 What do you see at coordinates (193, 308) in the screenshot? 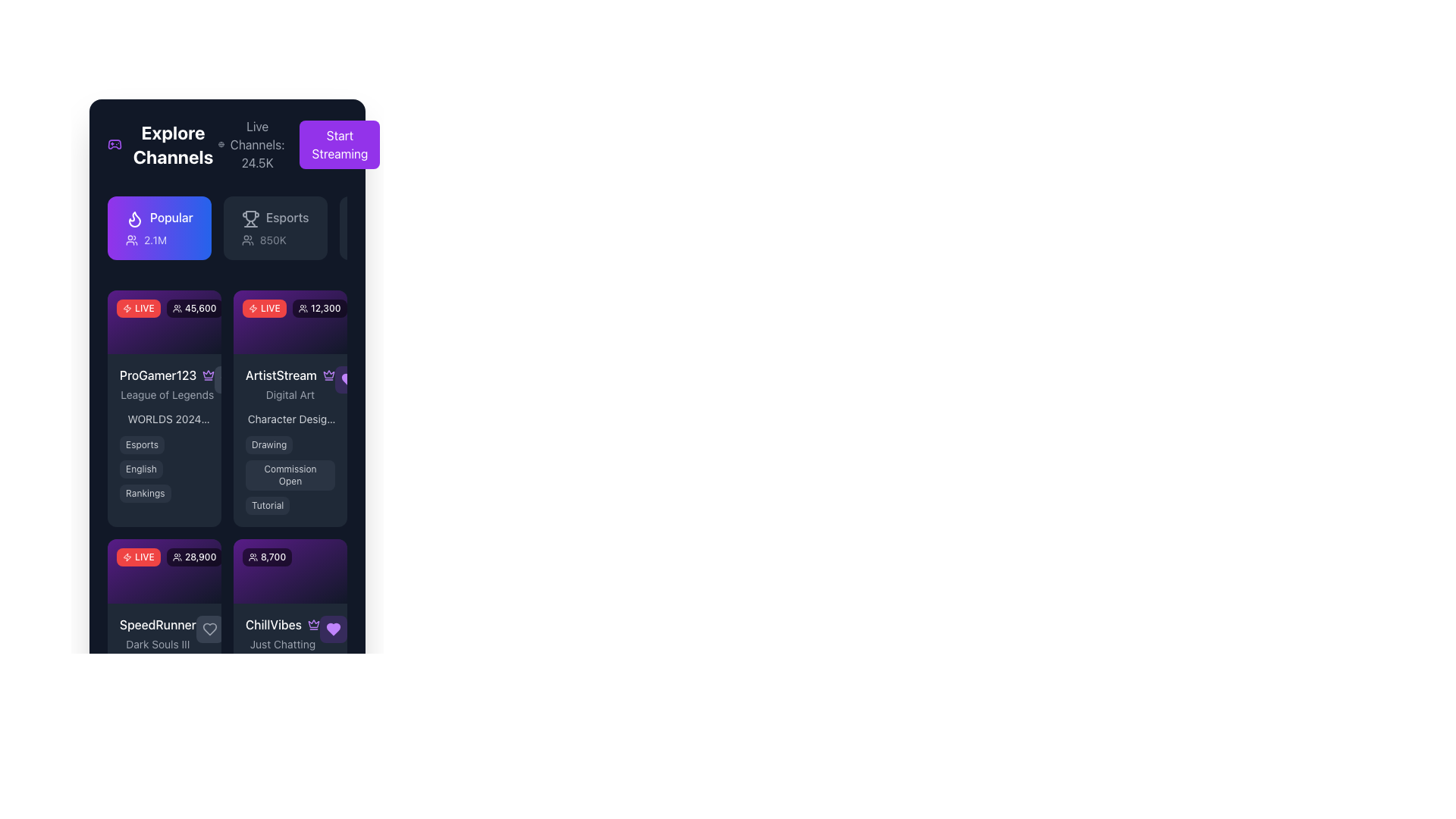
I see `the small rectangular badge displaying the number '45,600' with a user icon` at bounding box center [193, 308].